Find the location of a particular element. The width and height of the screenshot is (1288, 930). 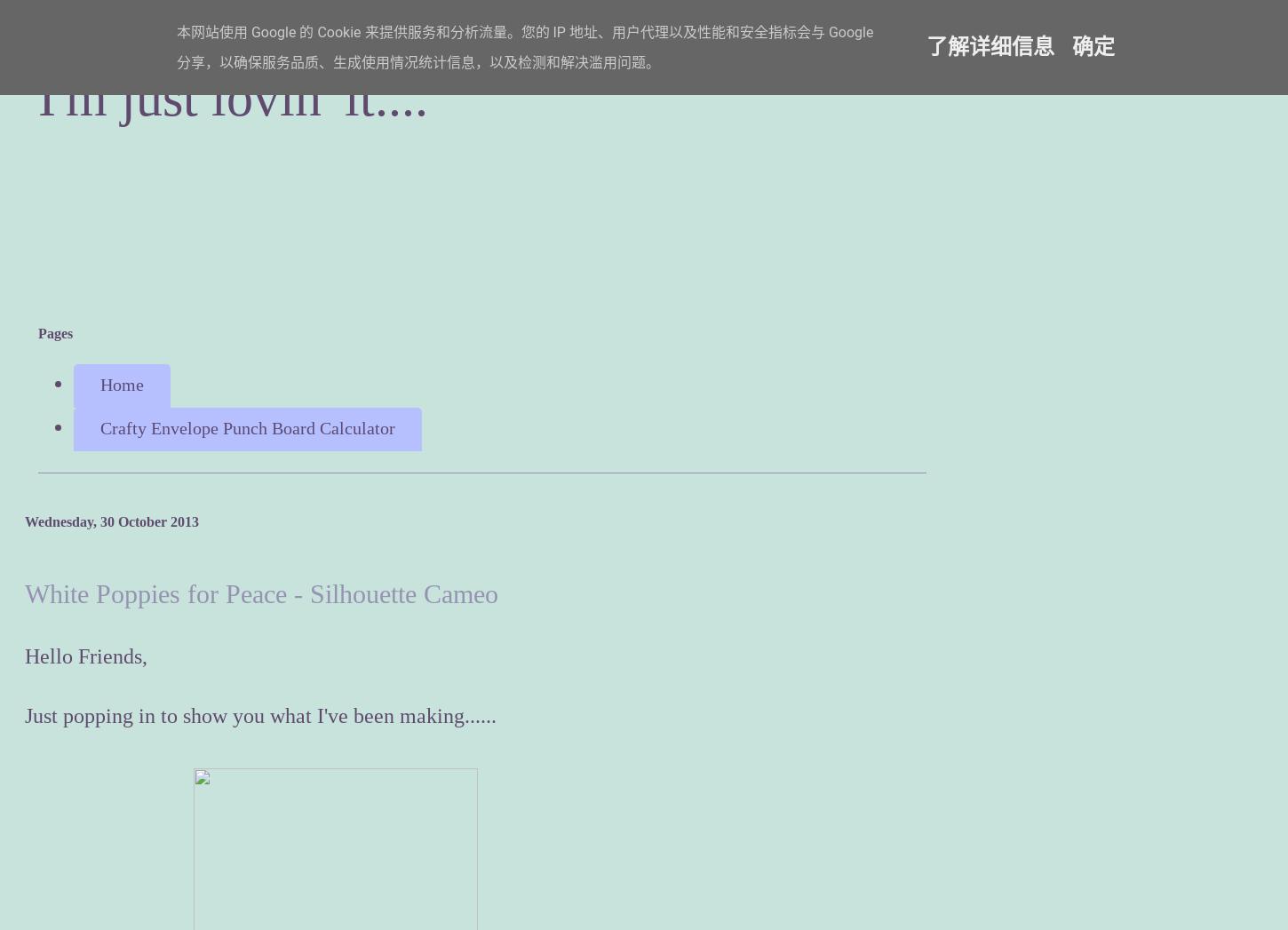

'Wednesday, 30 October 2013' is located at coordinates (111, 520).